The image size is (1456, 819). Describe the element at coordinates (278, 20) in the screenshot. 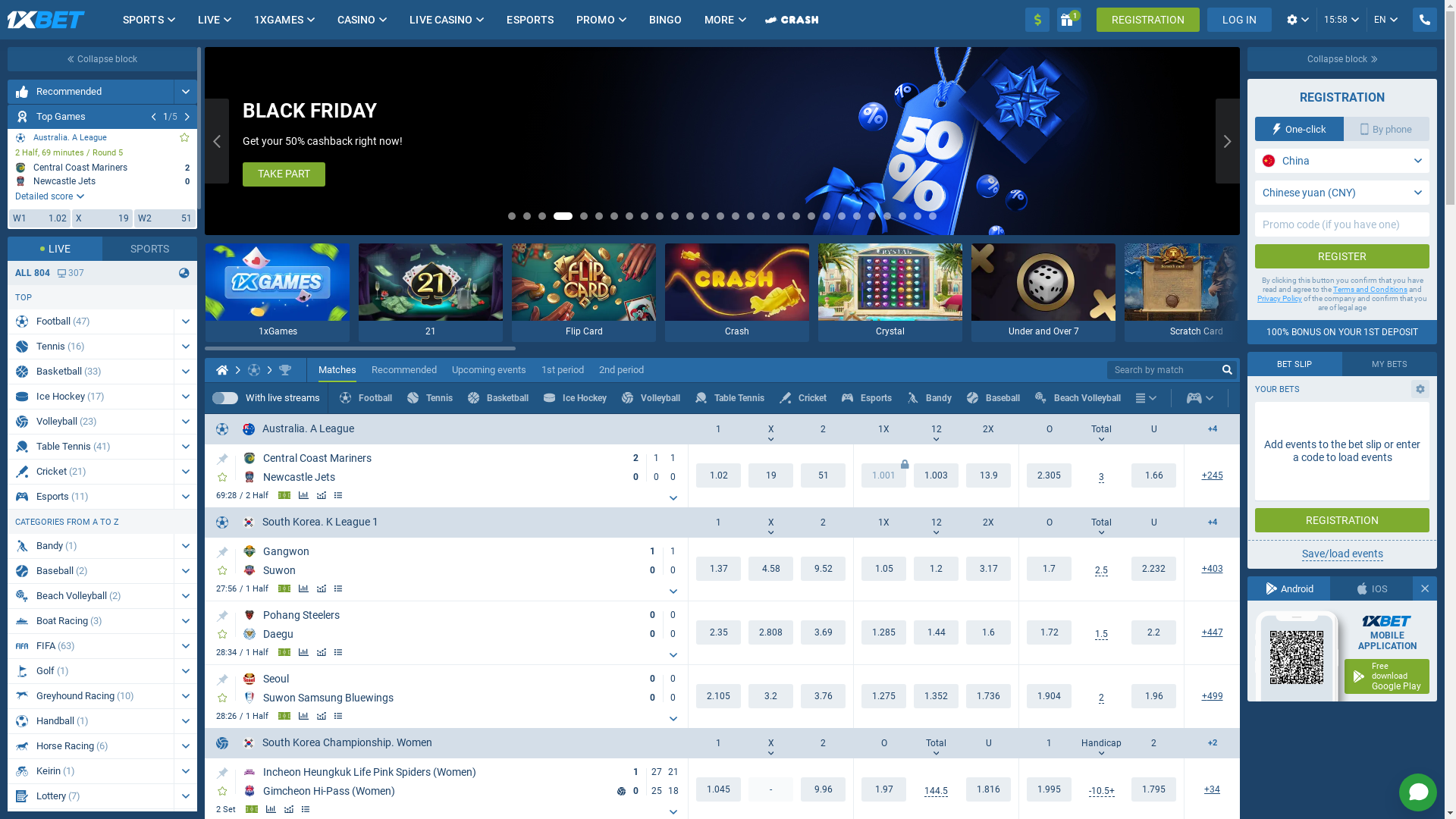

I see `'1XGAMES'` at that location.